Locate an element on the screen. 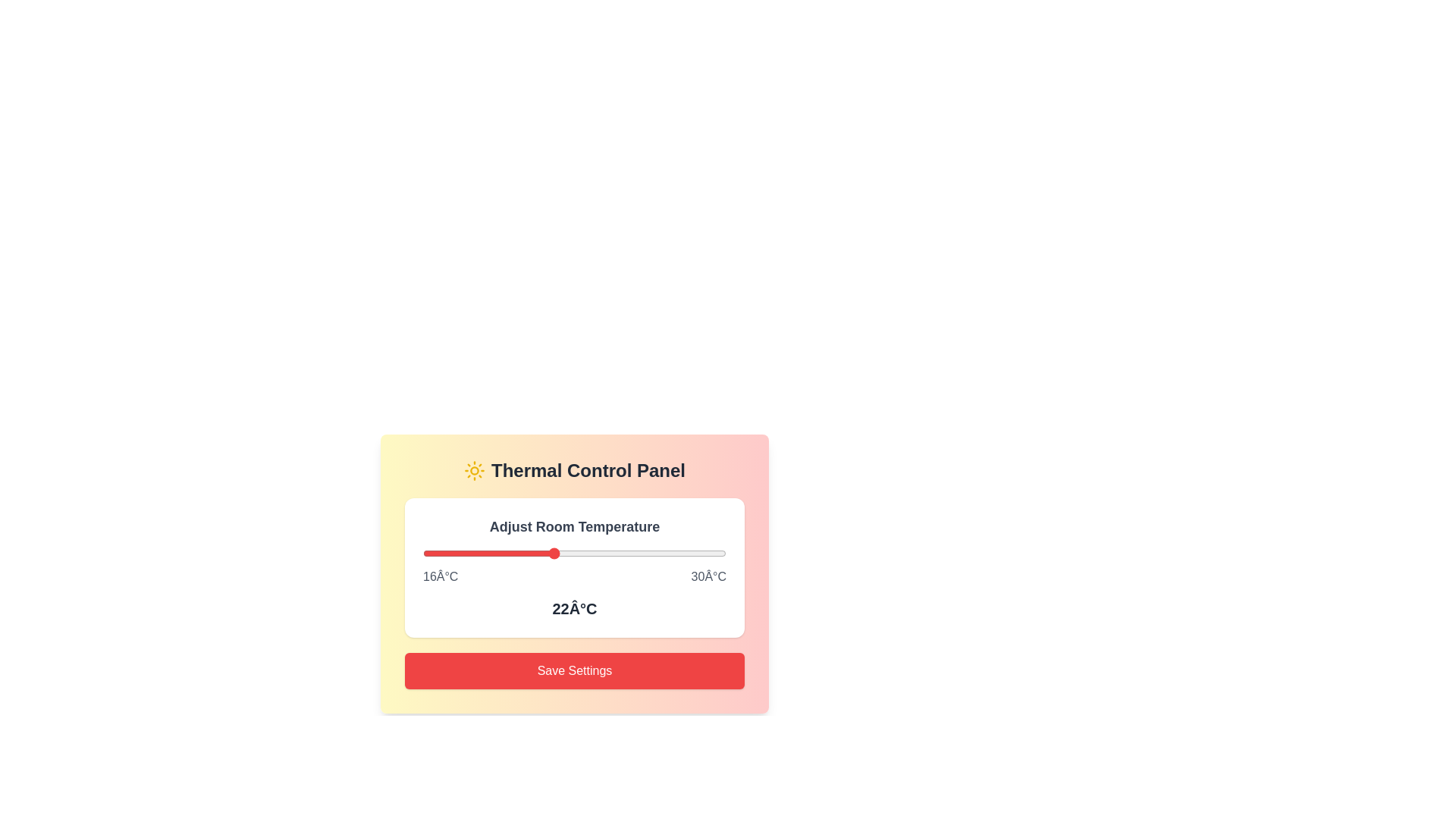  the temperature slider to 16°C is located at coordinates (422, 553).